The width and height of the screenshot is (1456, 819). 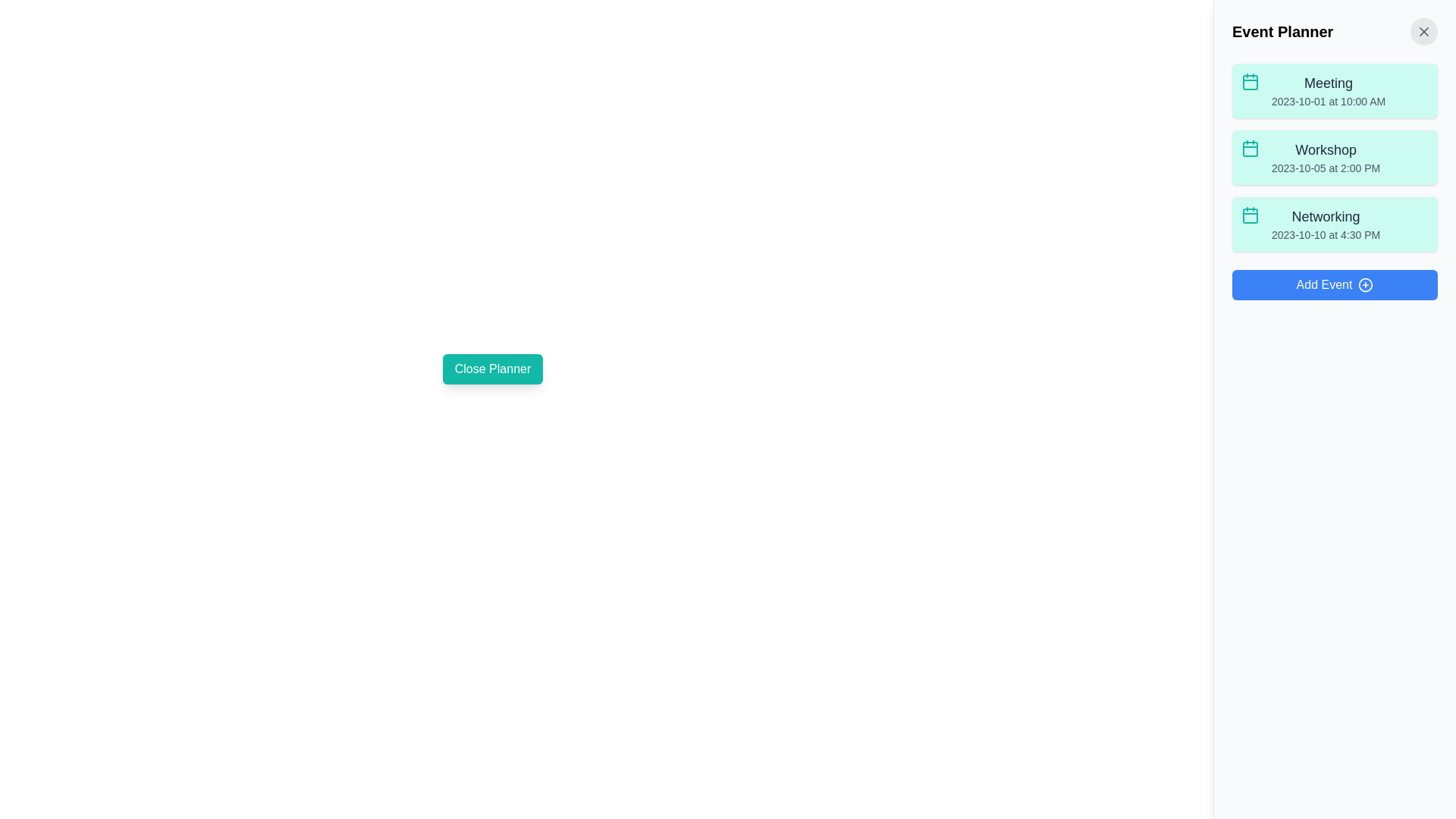 What do you see at coordinates (1325, 149) in the screenshot?
I see `the 'Workshop' title label for the second event item in the 'Event Planner' sidebar` at bounding box center [1325, 149].